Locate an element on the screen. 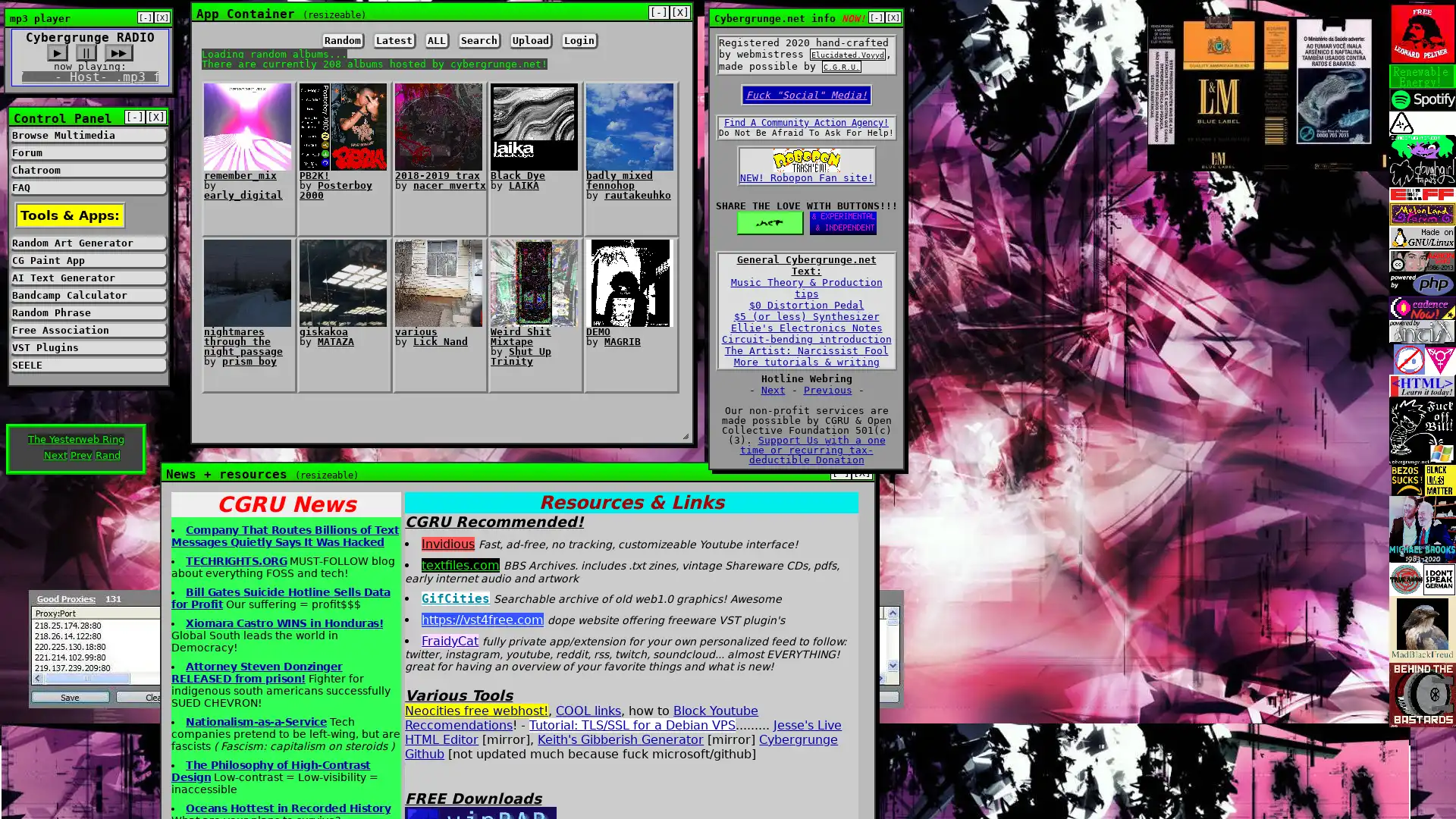 Image resolution: width=1456 pixels, height=819 pixels. [-] is located at coordinates (134, 116).